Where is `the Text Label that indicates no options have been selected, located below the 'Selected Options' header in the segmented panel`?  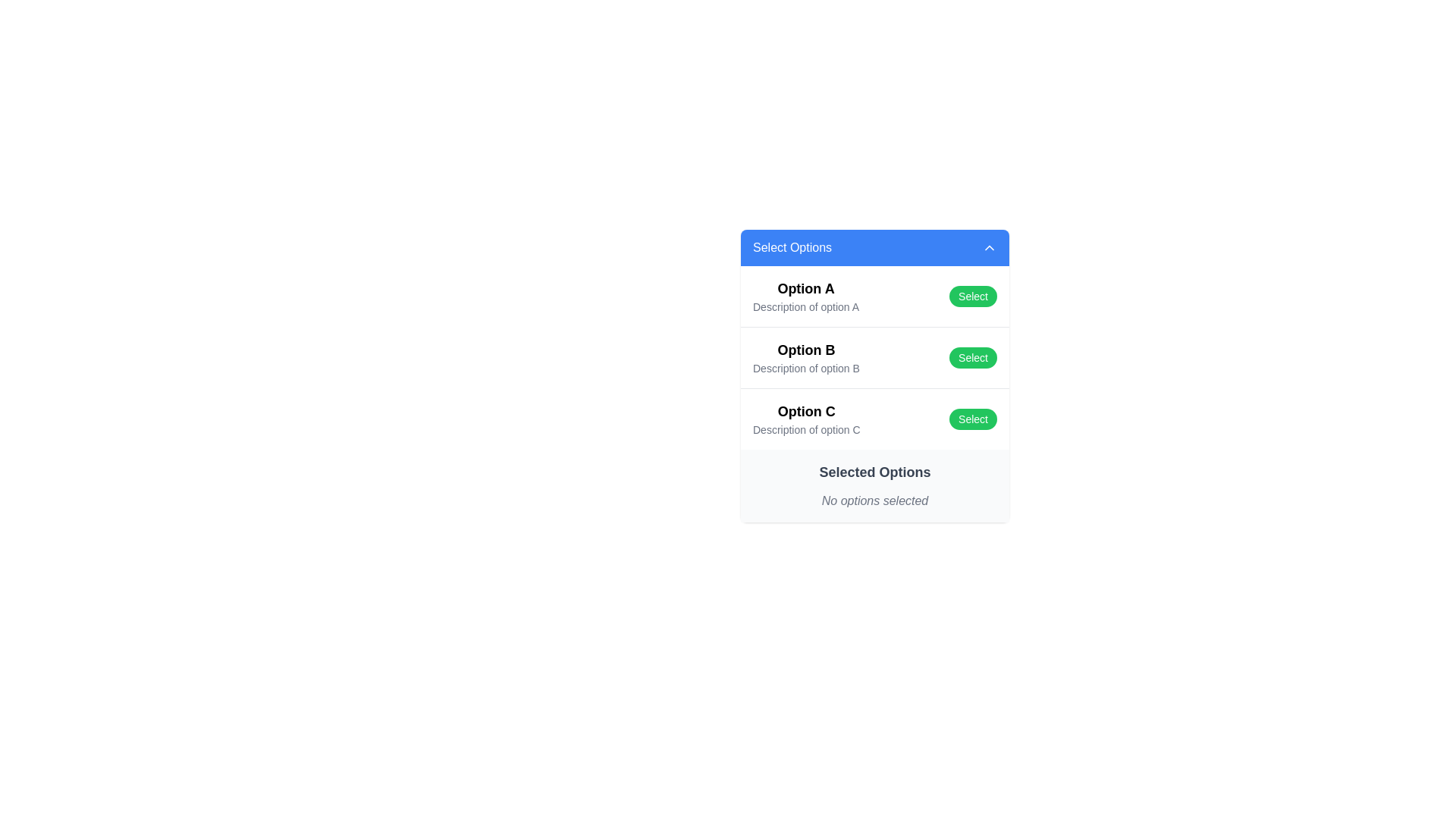 the Text Label that indicates no options have been selected, located below the 'Selected Options' header in the segmented panel is located at coordinates (874, 500).